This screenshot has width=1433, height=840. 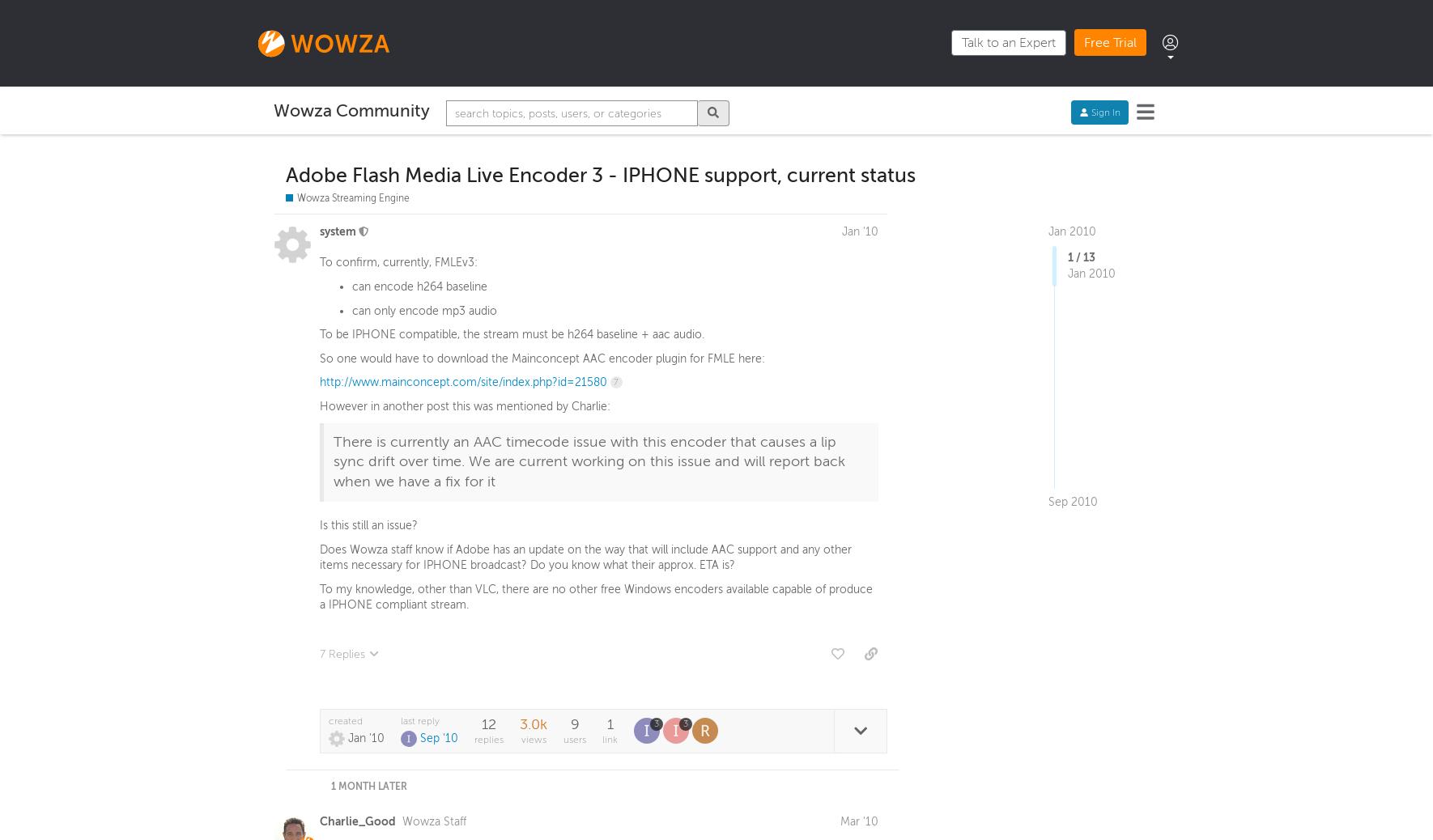 I want to click on 'Does Wowza staff know if Adobe has an update on the way that will include AAC support and any other items necessary for IPHONE broadcast? Do you know what their approx. ETA is?', so click(x=585, y=560).